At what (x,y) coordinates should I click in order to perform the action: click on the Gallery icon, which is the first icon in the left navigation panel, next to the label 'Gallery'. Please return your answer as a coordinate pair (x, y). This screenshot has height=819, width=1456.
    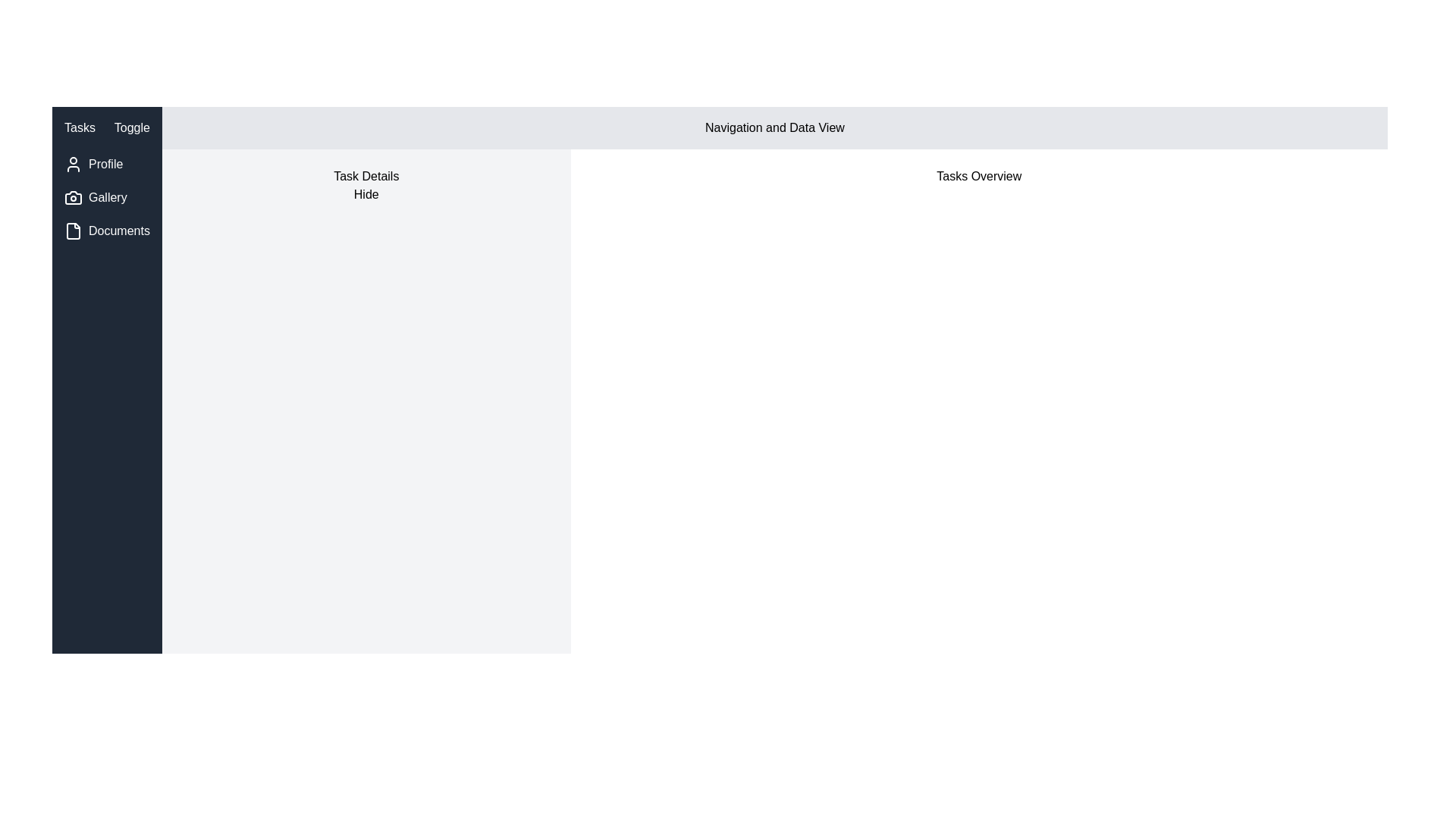
    Looking at the image, I should click on (72, 197).